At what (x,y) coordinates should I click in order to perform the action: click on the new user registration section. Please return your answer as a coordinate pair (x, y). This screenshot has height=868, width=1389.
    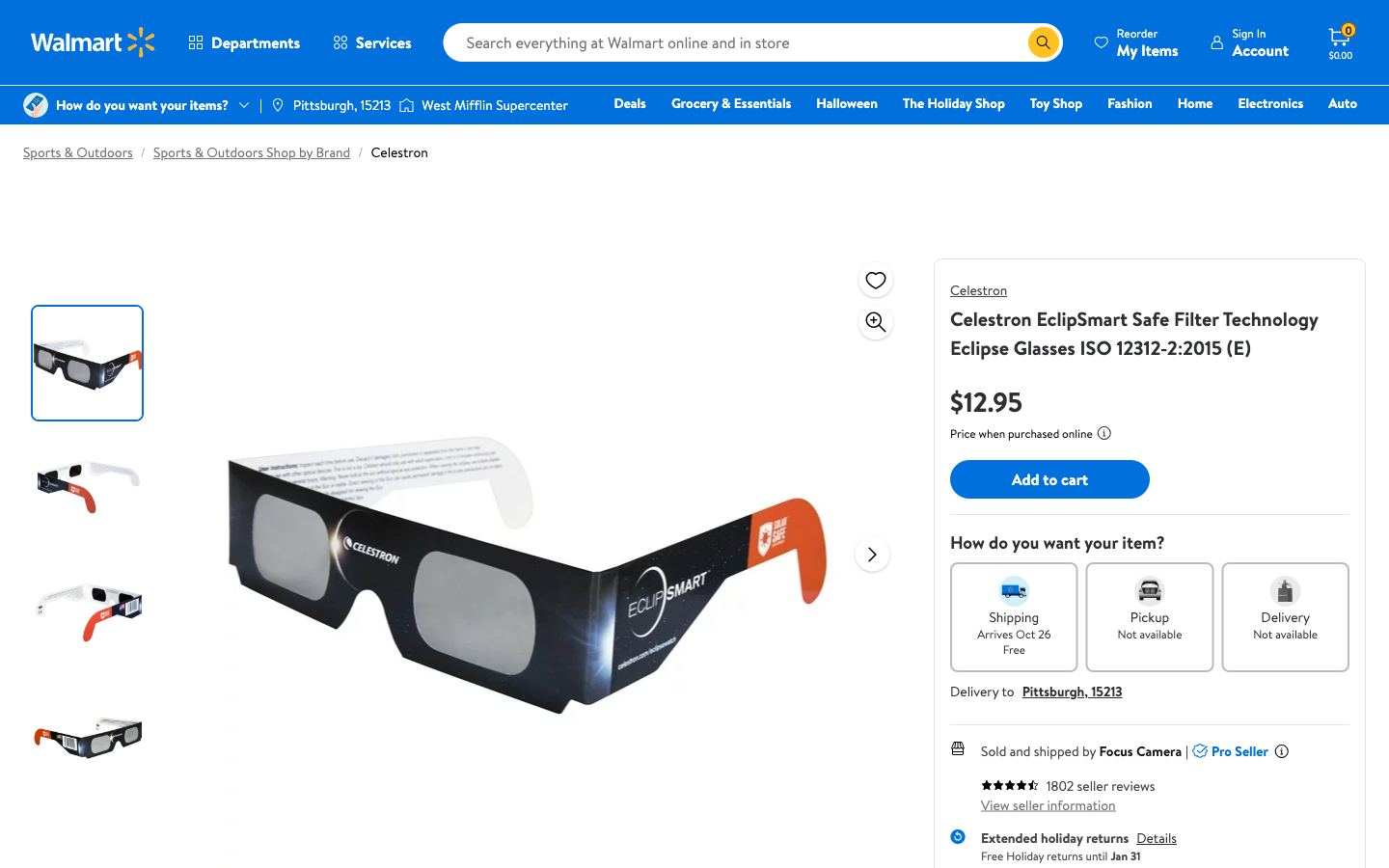
    Looking at the image, I should click on (1248, 41).